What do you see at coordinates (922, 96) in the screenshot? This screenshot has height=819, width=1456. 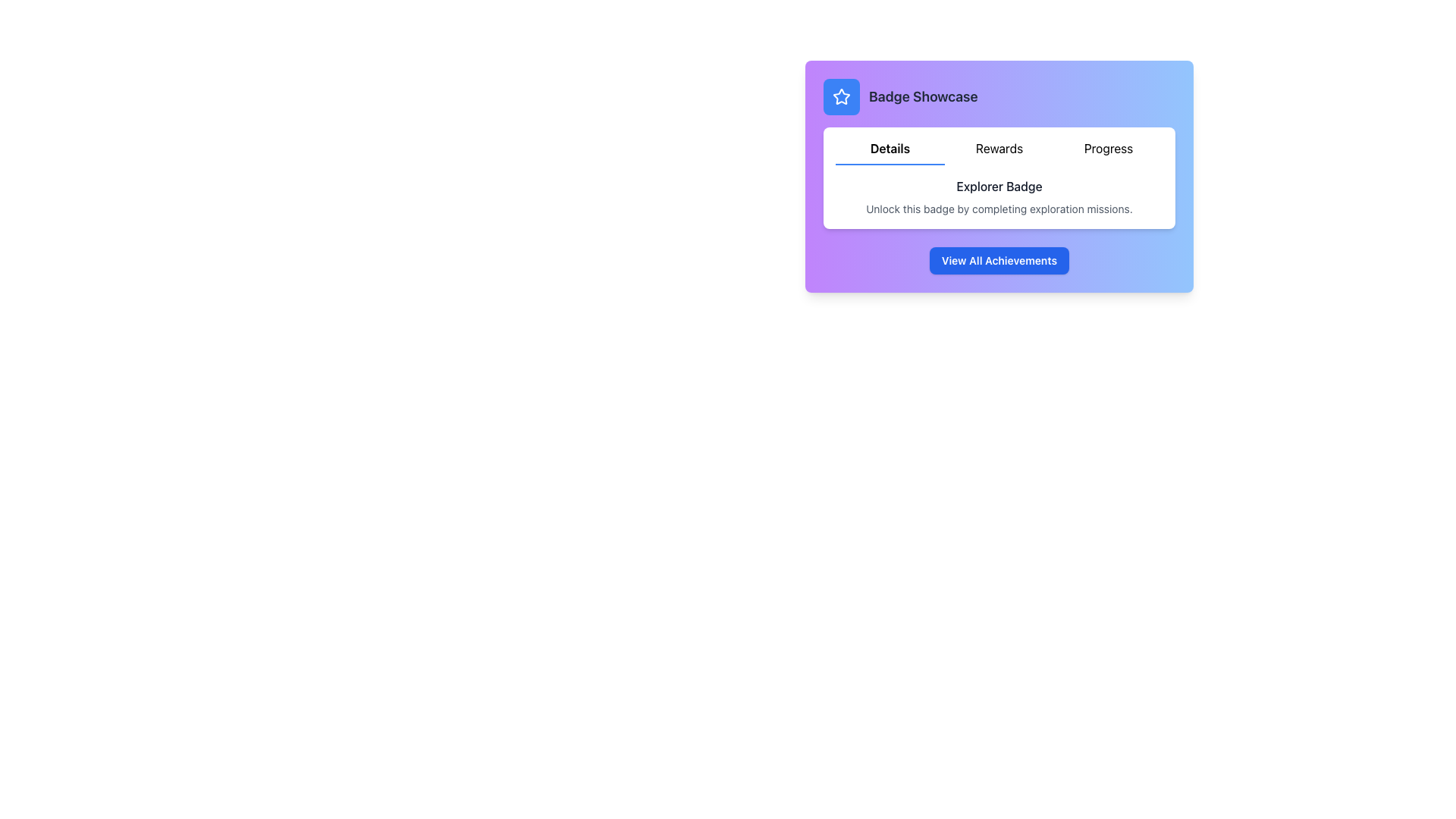 I see `the static text element that serves as a title for the card component related to badges, located in the upper-left section, centered horizontally within the card` at bounding box center [922, 96].